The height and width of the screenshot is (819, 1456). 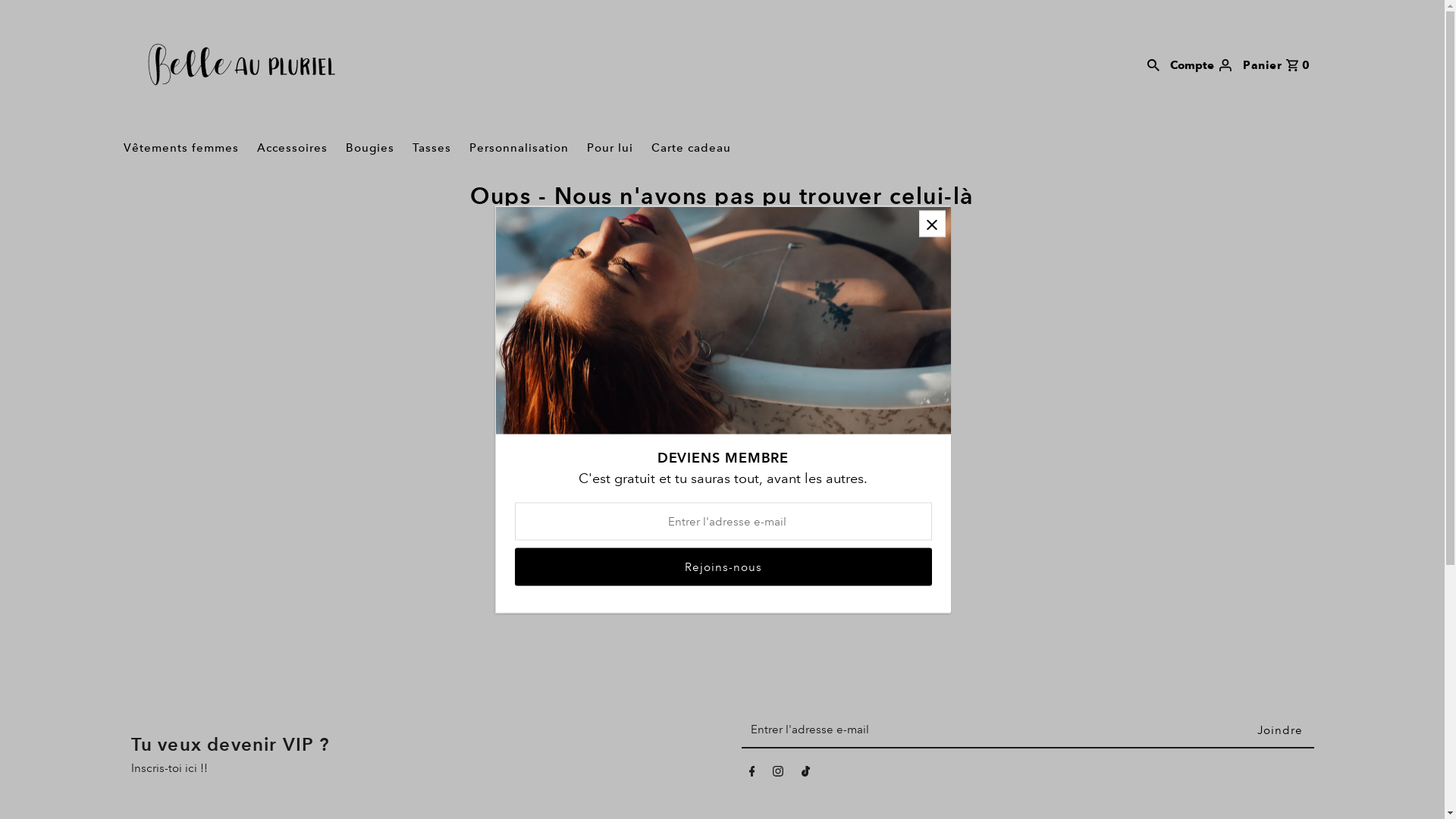 I want to click on 'Bougies', so click(x=337, y=148).